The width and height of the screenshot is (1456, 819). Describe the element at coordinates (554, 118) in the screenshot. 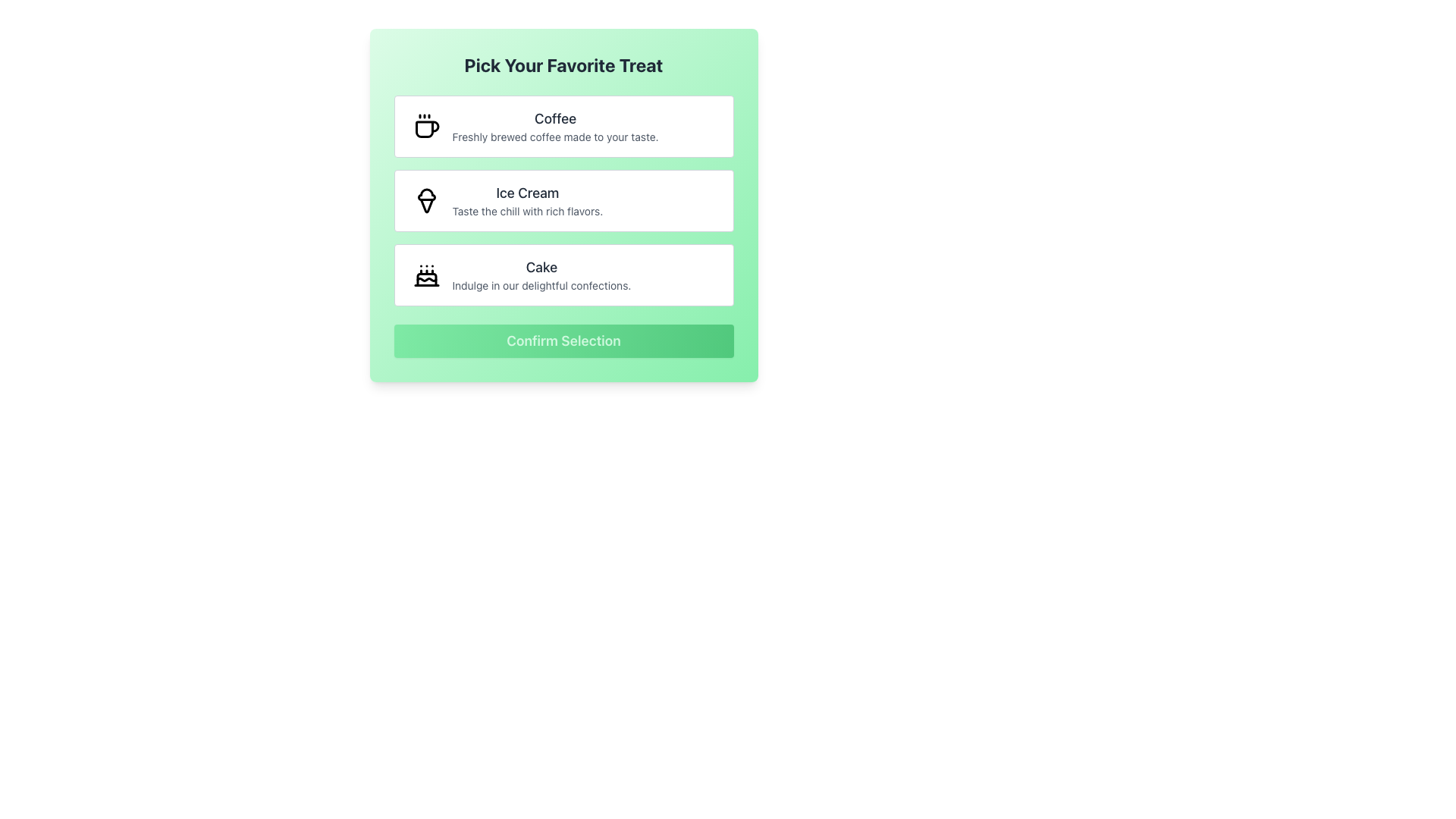

I see `the text label displaying 'Coffee', which is positioned at the top of the page in a vertically stacked selection menu, above the description text and to the right of a coffee cup icon` at that location.